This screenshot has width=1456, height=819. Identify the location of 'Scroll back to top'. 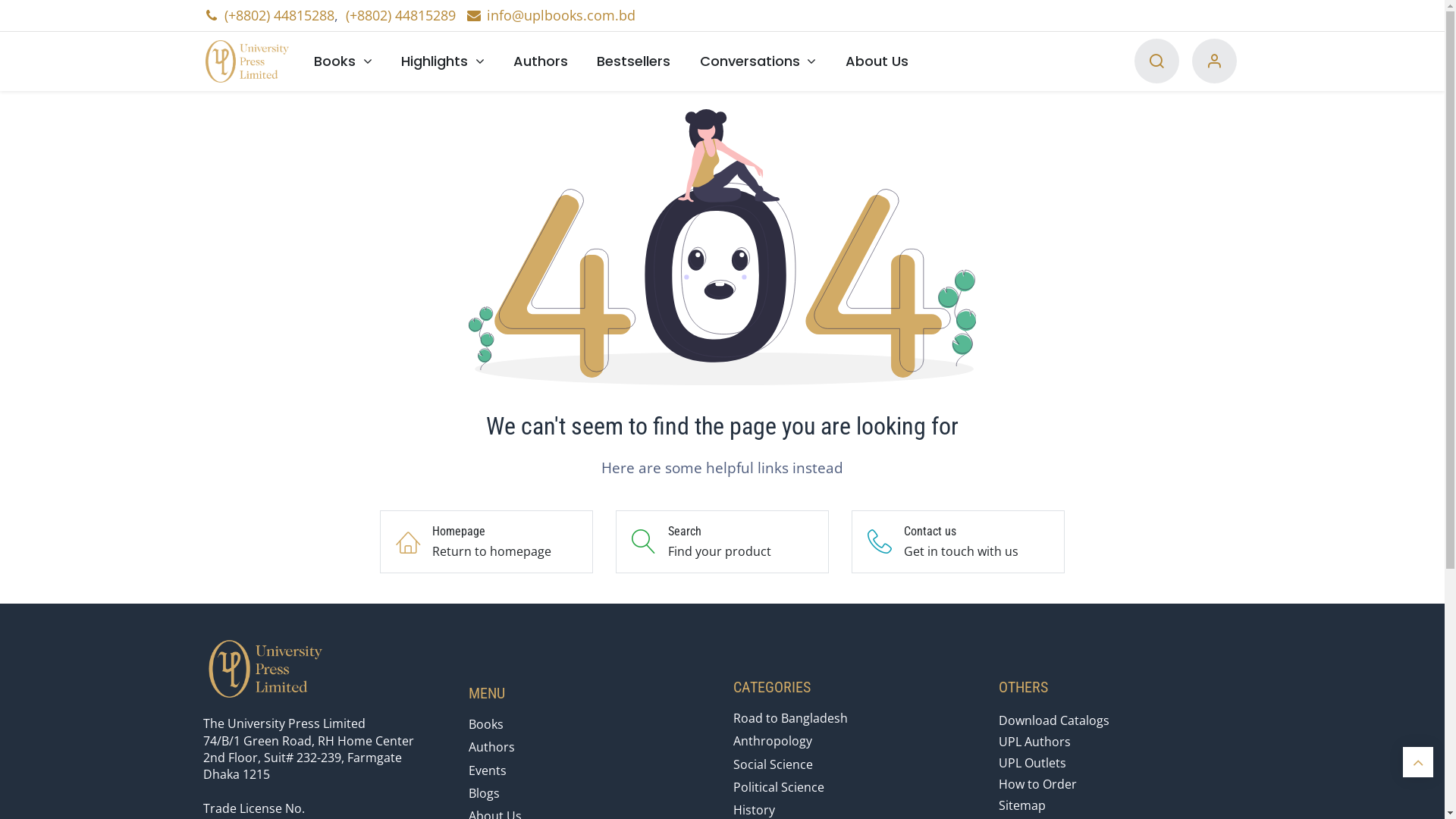
(1417, 762).